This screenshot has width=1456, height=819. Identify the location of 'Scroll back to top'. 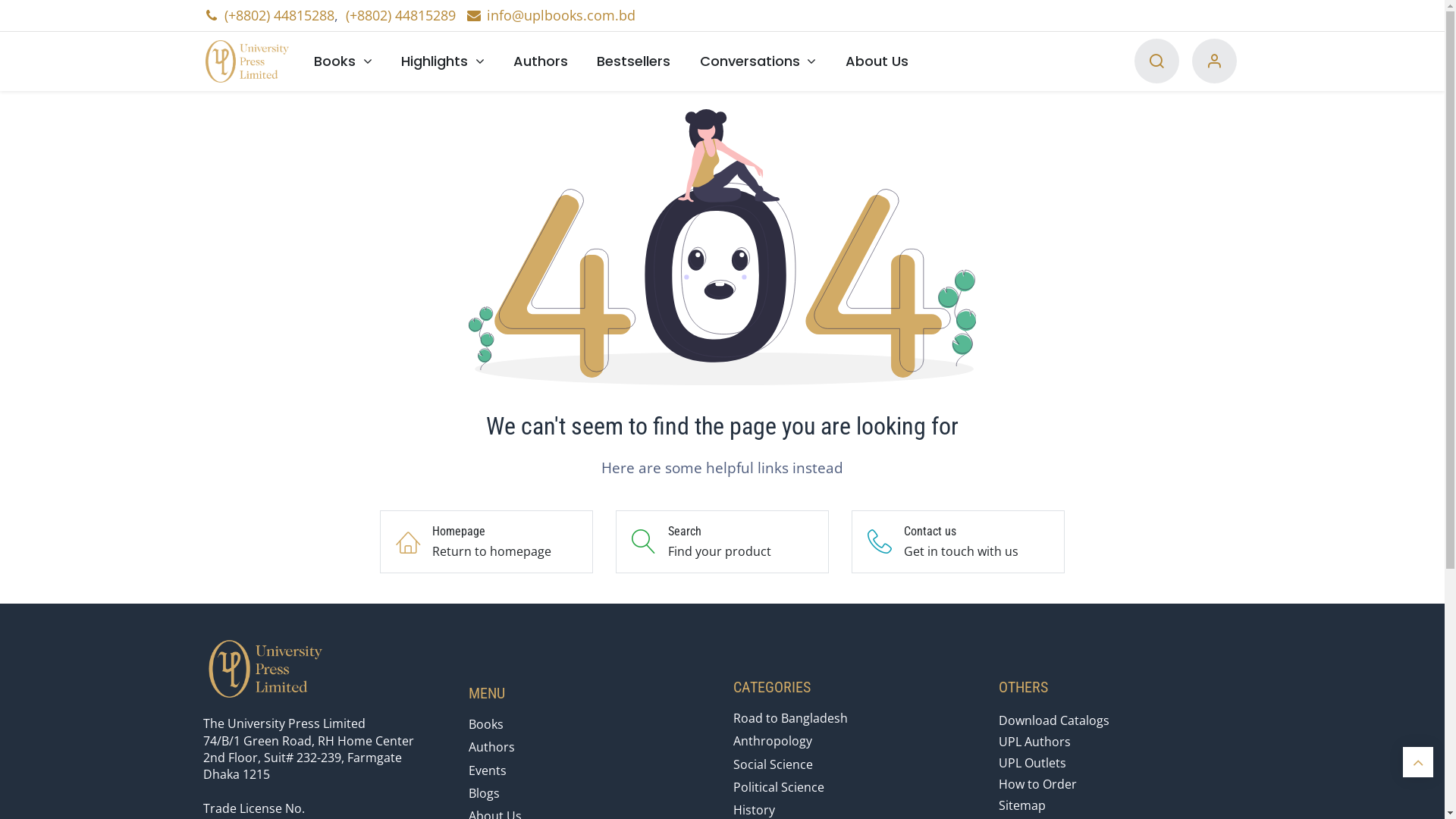
(1417, 762).